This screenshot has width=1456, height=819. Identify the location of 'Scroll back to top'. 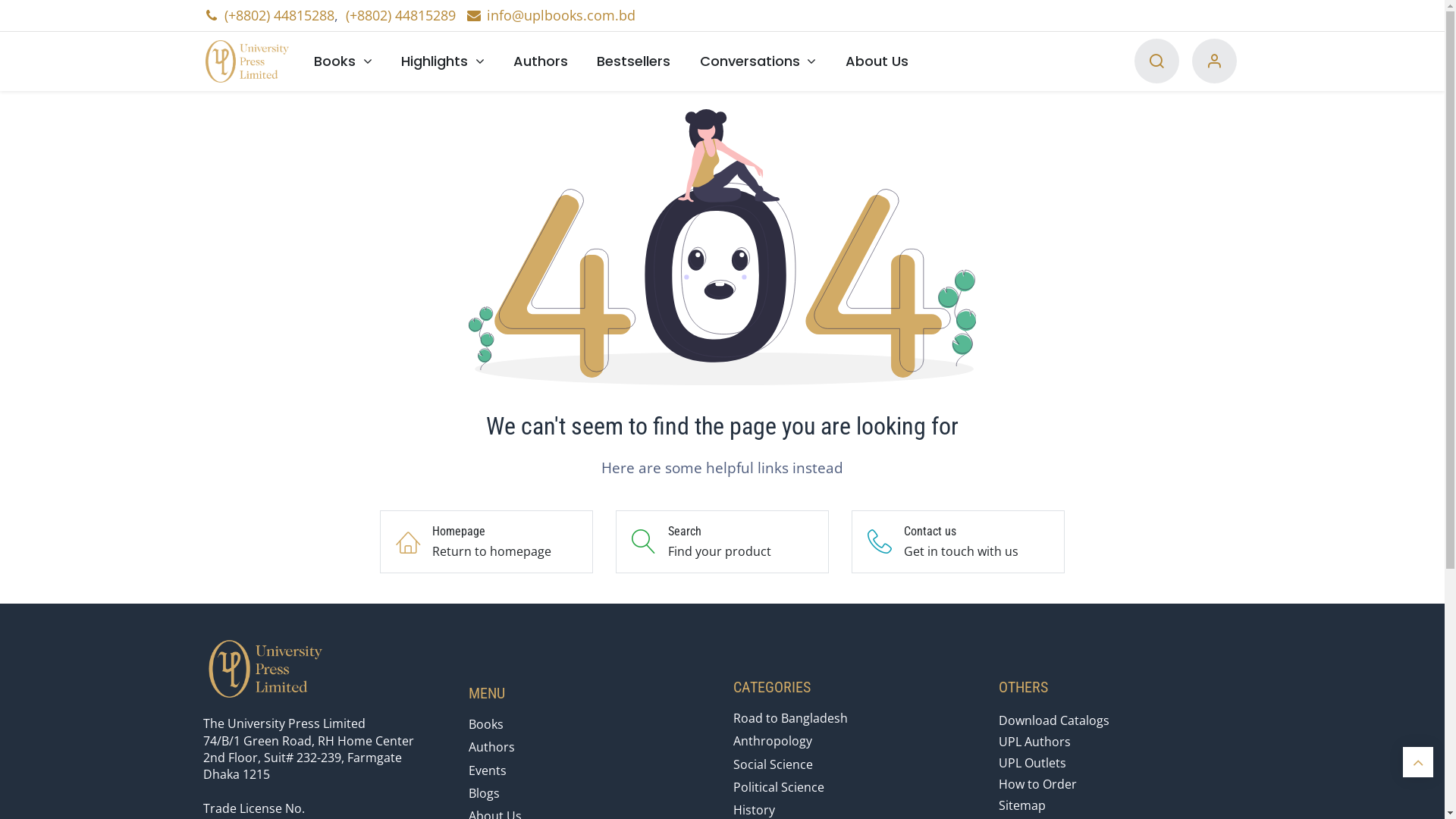
(1417, 762).